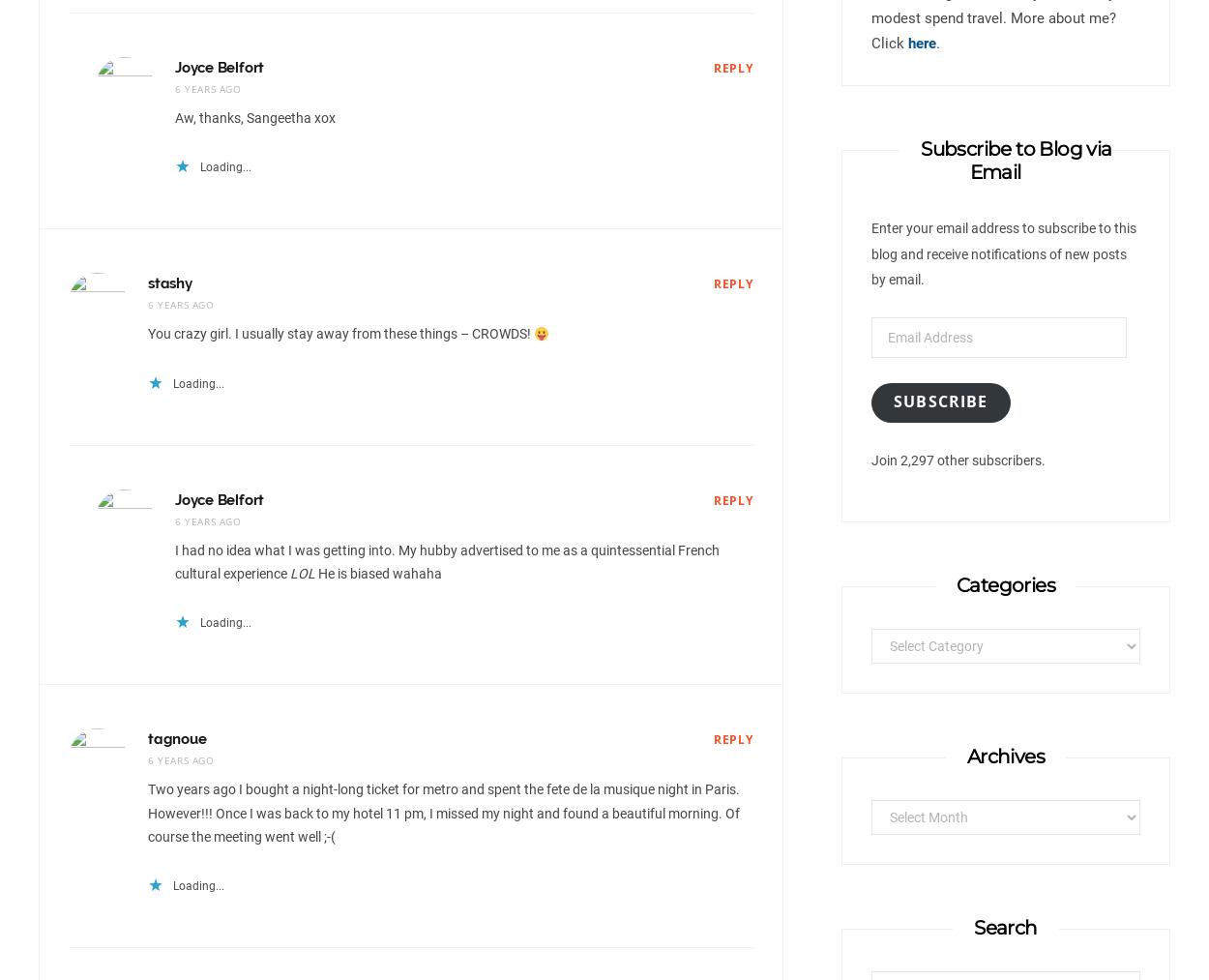 The width and height of the screenshot is (1209, 980). What do you see at coordinates (1016, 161) in the screenshot?
I see `'Subscribe to Blog via Email'` at bounding box center [1016, 161].